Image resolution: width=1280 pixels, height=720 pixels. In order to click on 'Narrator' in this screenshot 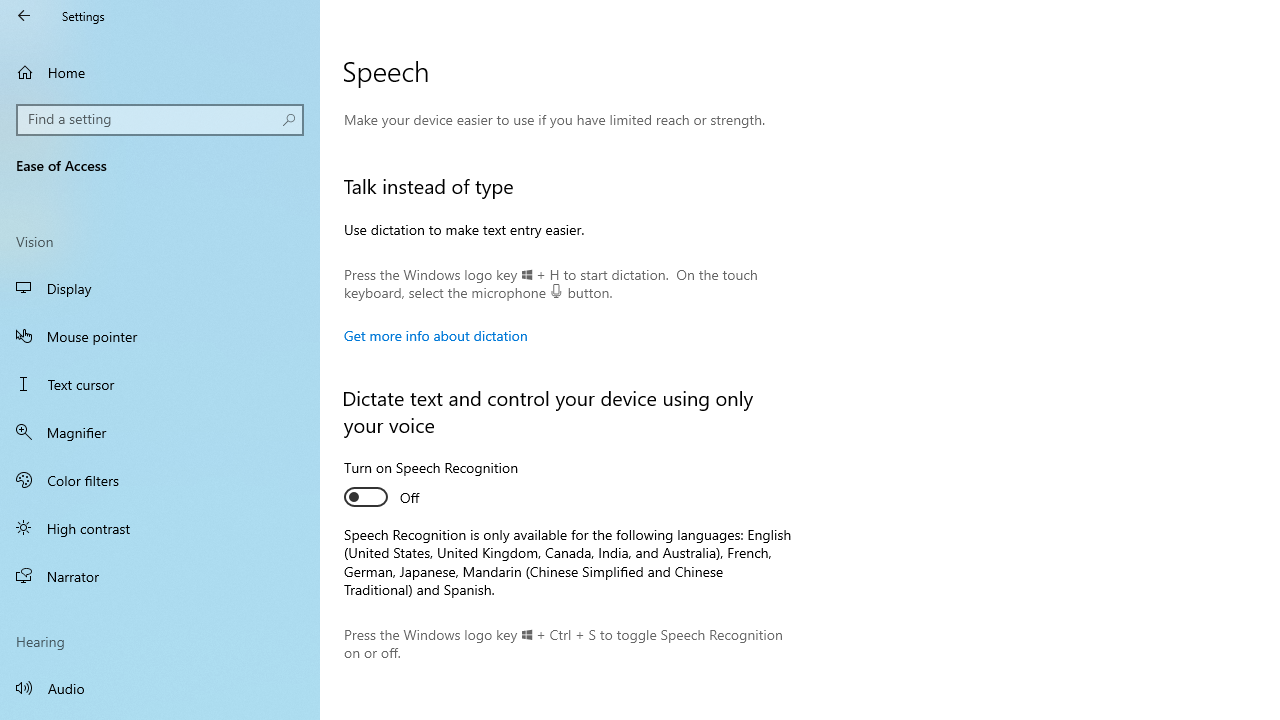, I will do `click(160, 576)`.